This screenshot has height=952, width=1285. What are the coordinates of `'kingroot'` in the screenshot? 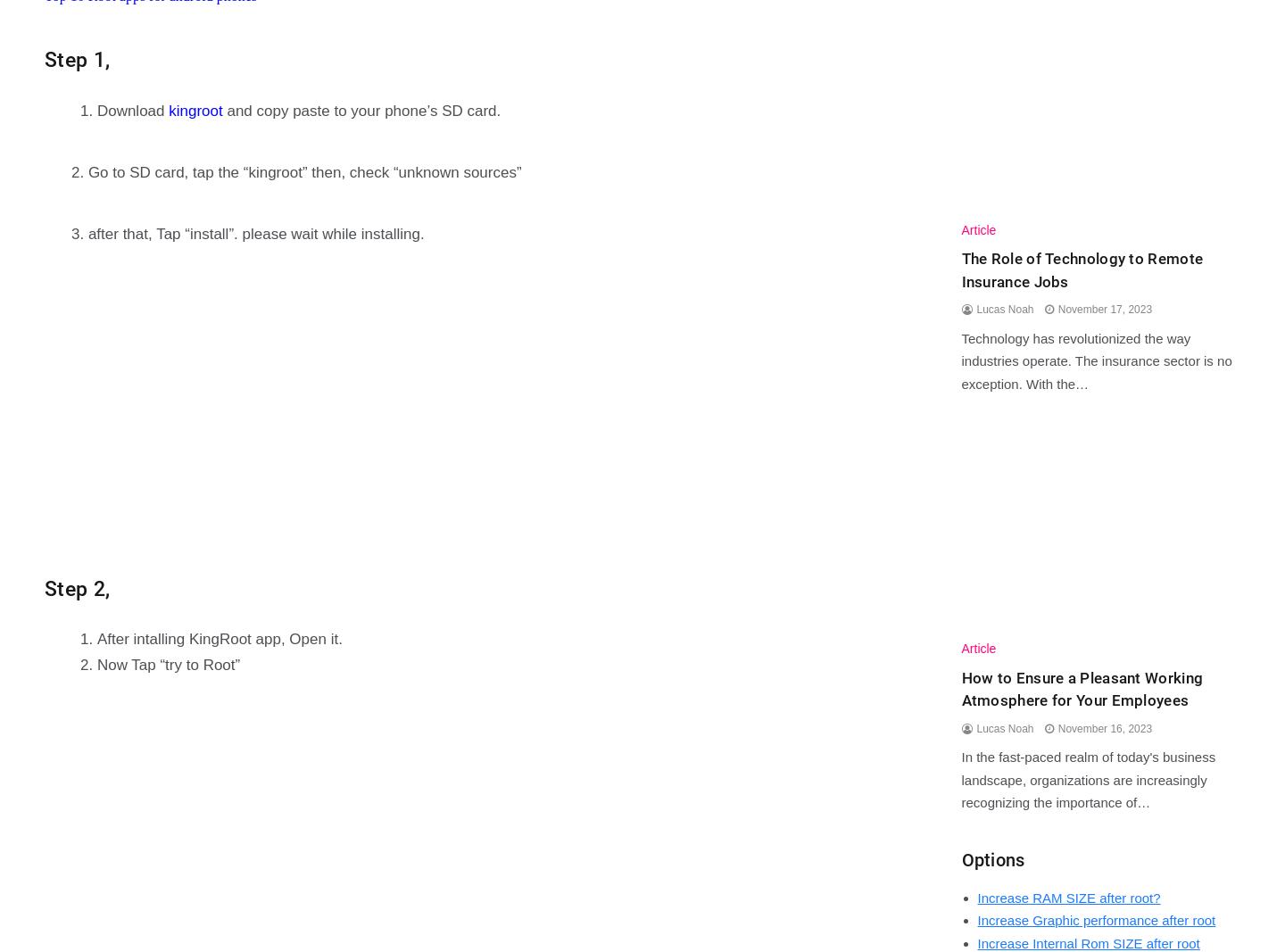 It's located at (195, 109).